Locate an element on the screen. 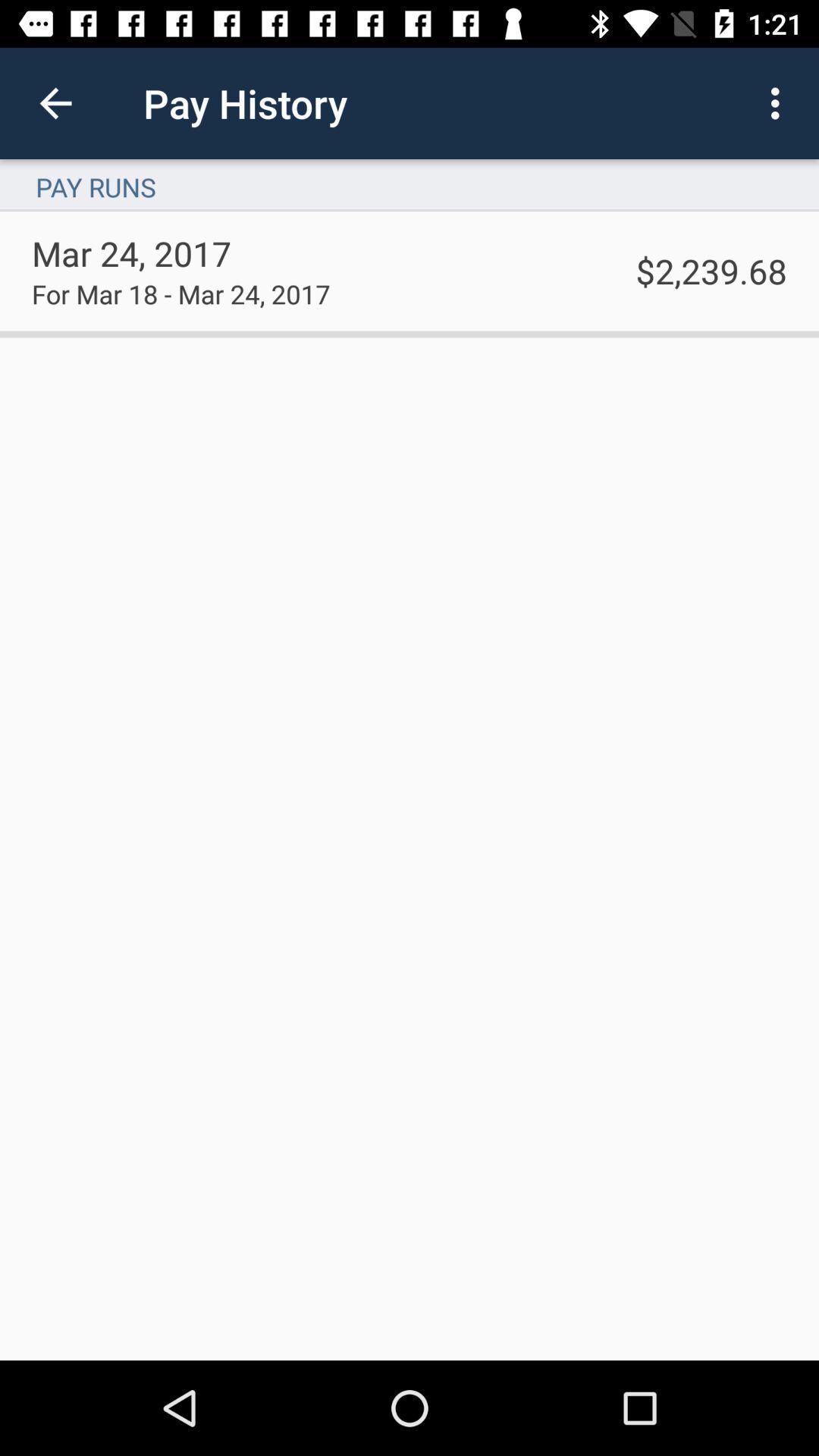 This screenshot has height=1456, width=819. the icon to the left of pay history icon is located at coordinates (55, 102).